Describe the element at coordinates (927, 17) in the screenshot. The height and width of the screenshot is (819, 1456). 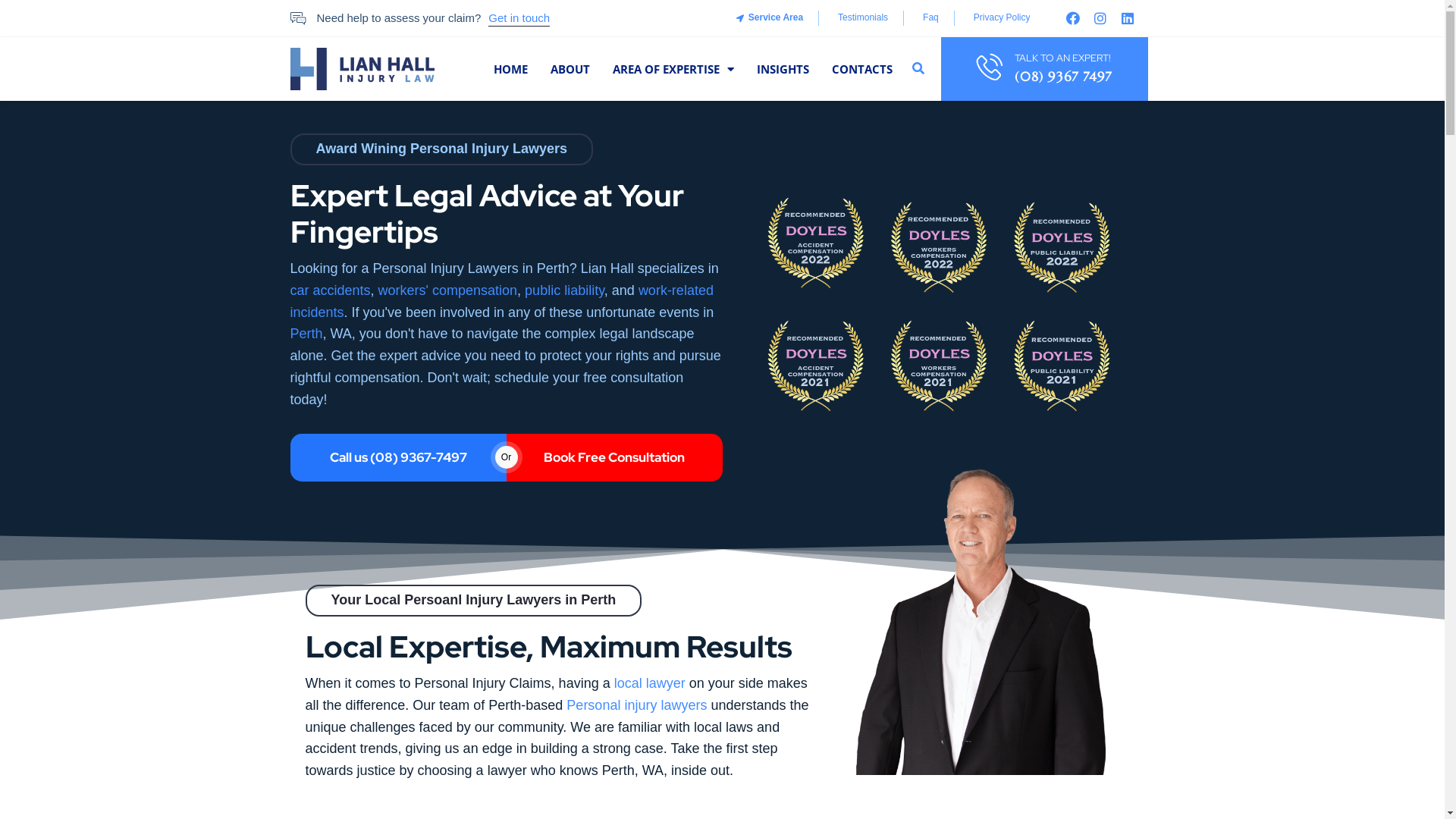
I see `'Faq'` at that location.